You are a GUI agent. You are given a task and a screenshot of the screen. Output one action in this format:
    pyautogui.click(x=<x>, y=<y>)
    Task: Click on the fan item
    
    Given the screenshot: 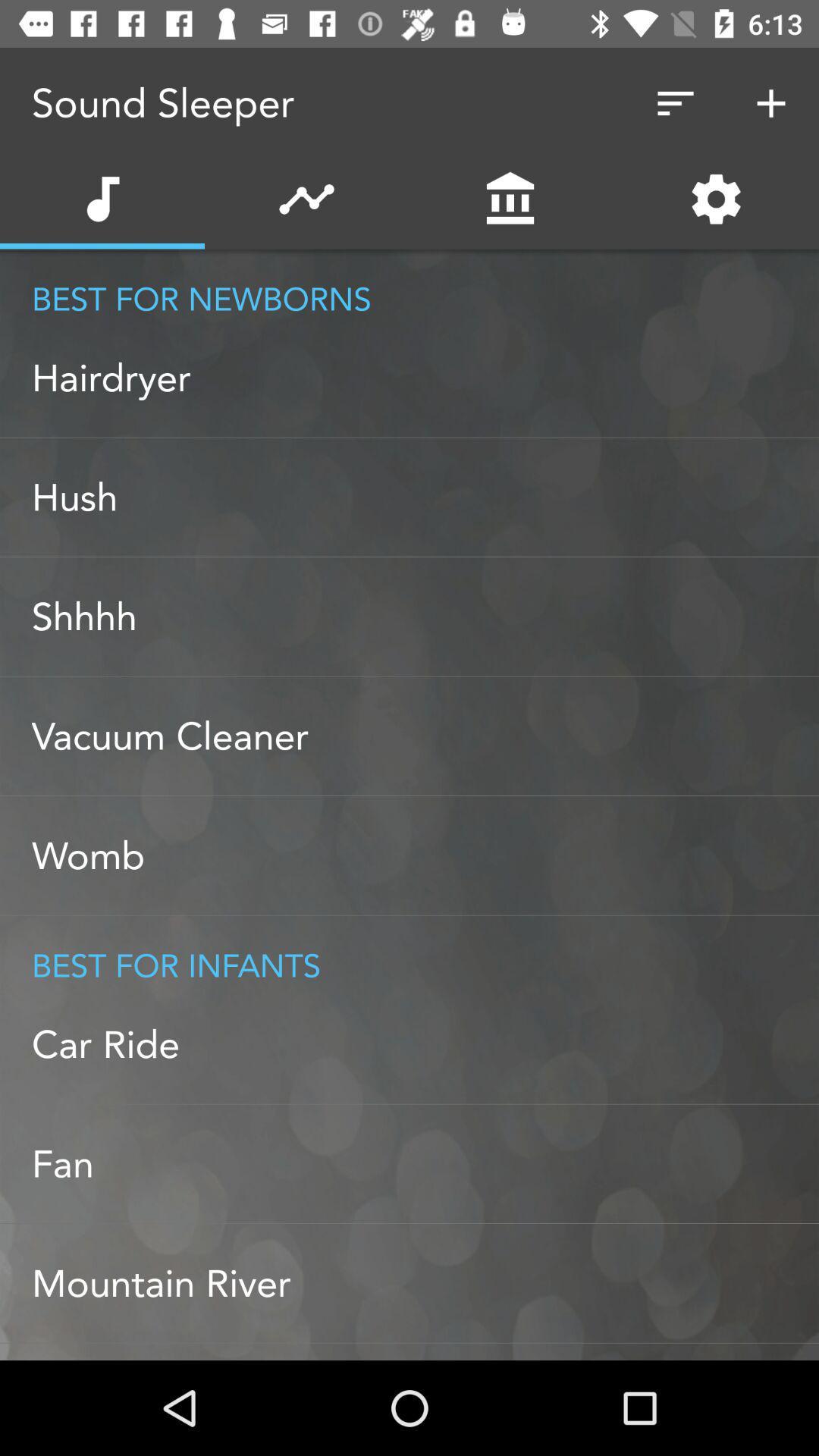 What is the action you would take?
    pyautogui.click(x=425, y=1163)
    